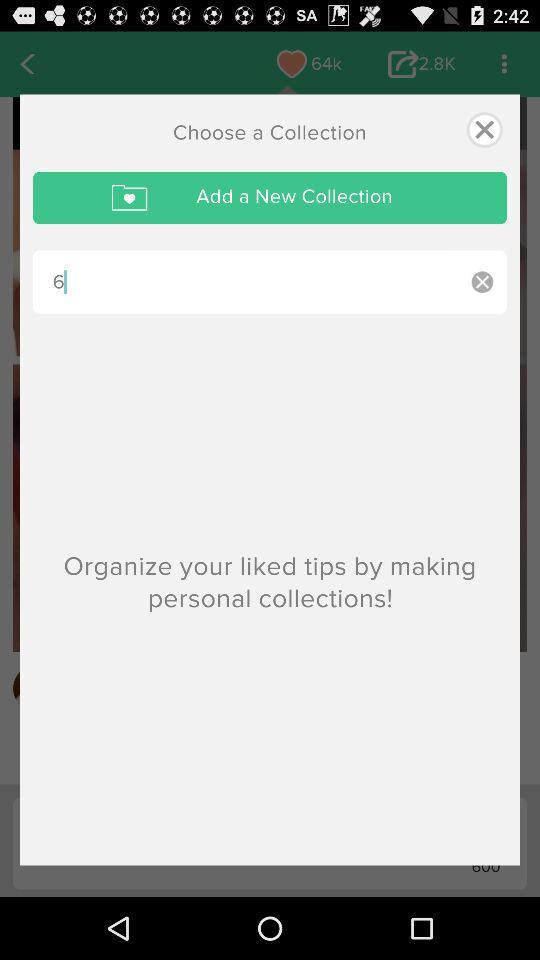  I want to click on the window, so click(483, 128).